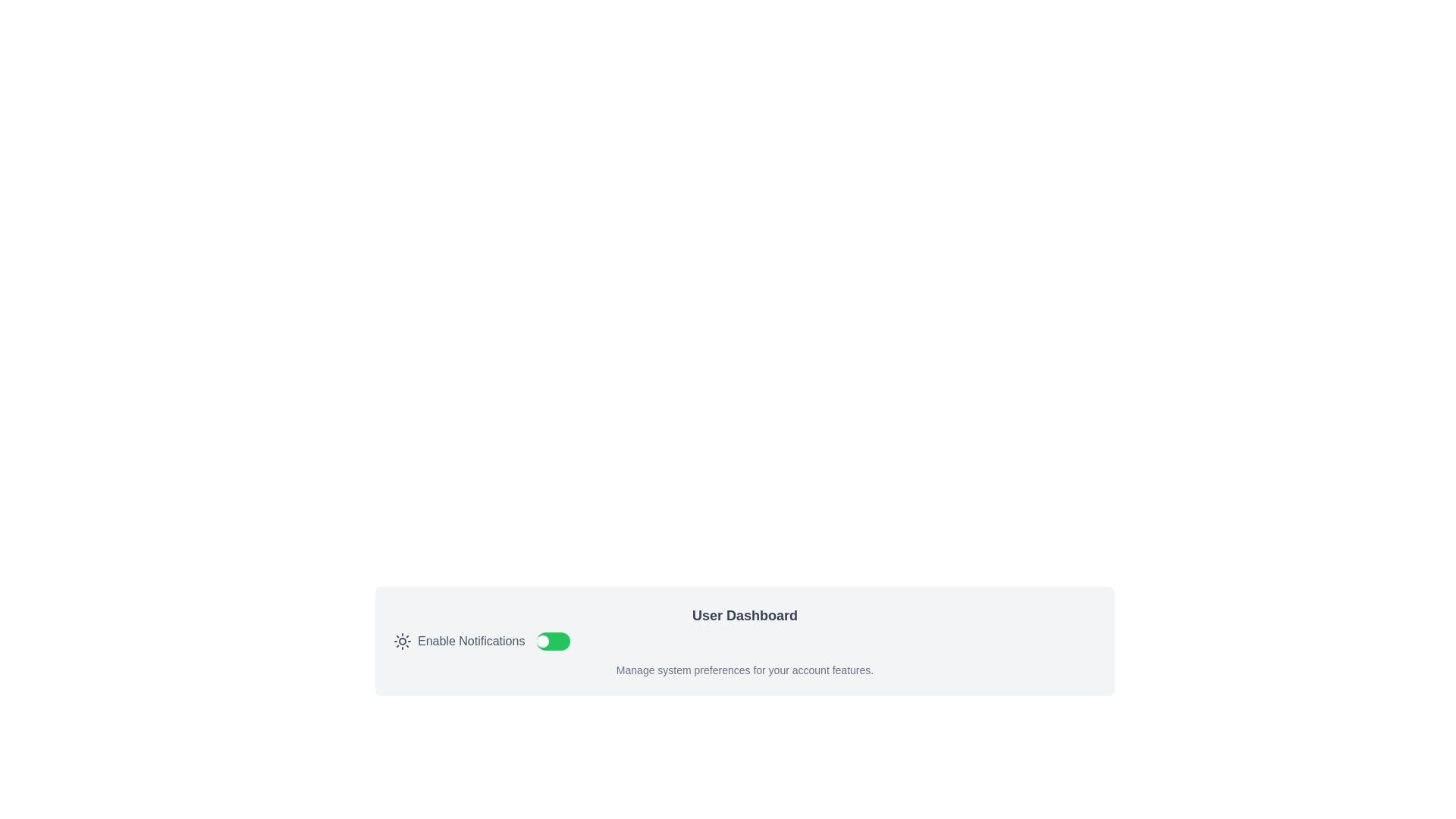  I want to click on the circular handle of the toggle switch located next to the 'Enable Notifications' label, so click(543, 641).